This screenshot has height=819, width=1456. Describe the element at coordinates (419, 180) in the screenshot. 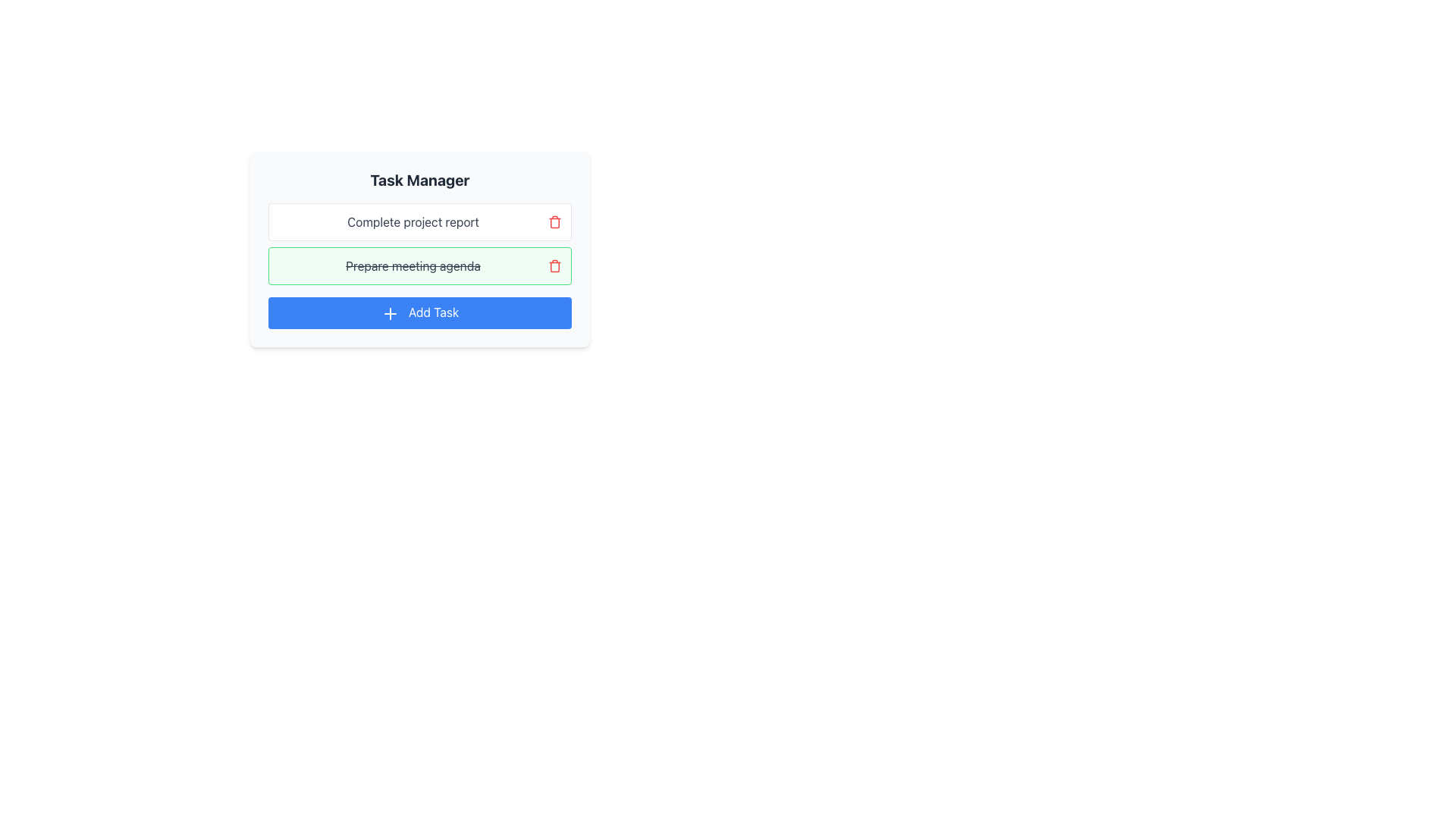

I see `the 'Task Manager' static text header, which is bold and centered in a white box at the top of the task list interface` at that location.